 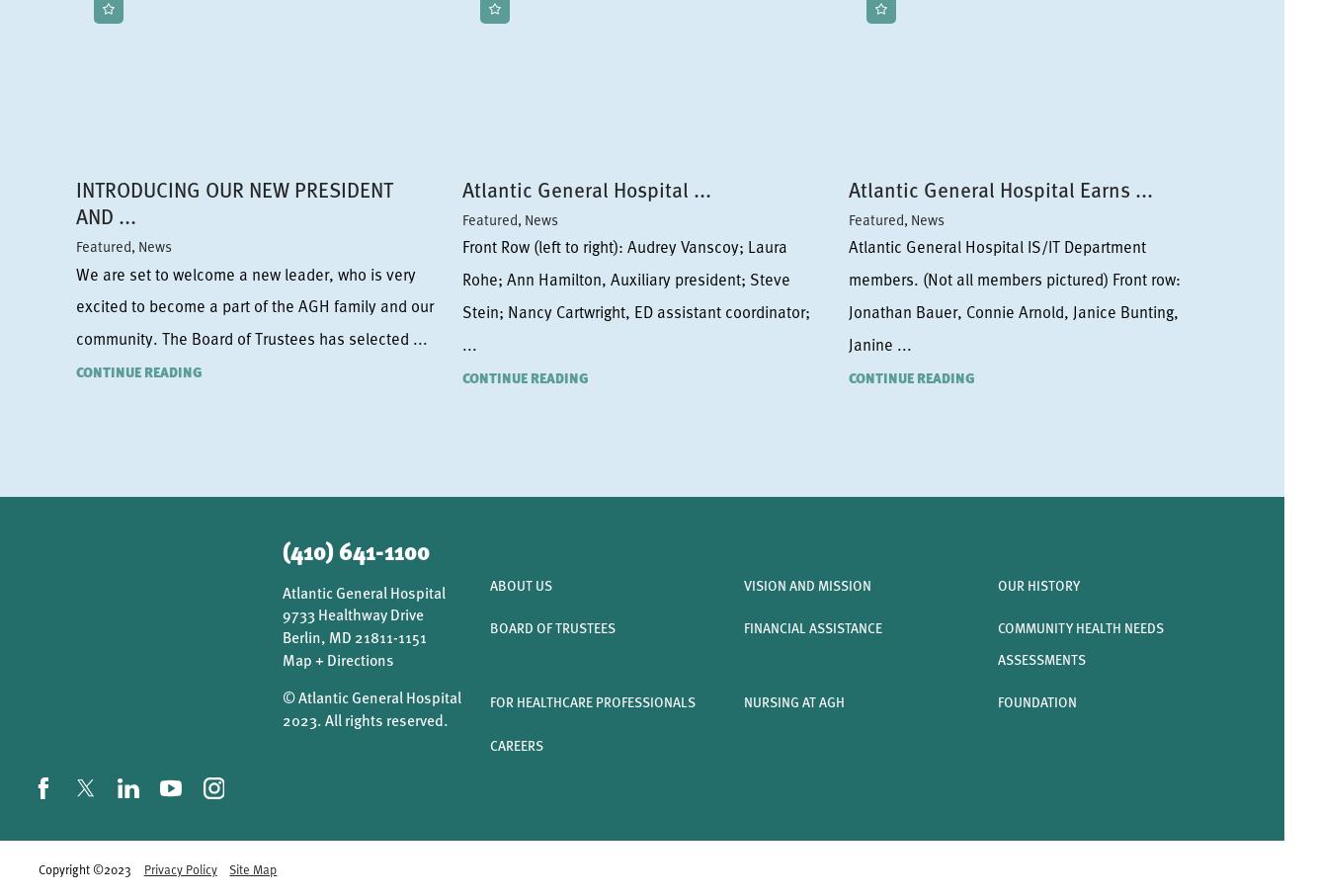 What do you see at coordinates (355, 549) in the screenshot?
I see `'(410) 641-1100'` at bounding box center [355, 549].